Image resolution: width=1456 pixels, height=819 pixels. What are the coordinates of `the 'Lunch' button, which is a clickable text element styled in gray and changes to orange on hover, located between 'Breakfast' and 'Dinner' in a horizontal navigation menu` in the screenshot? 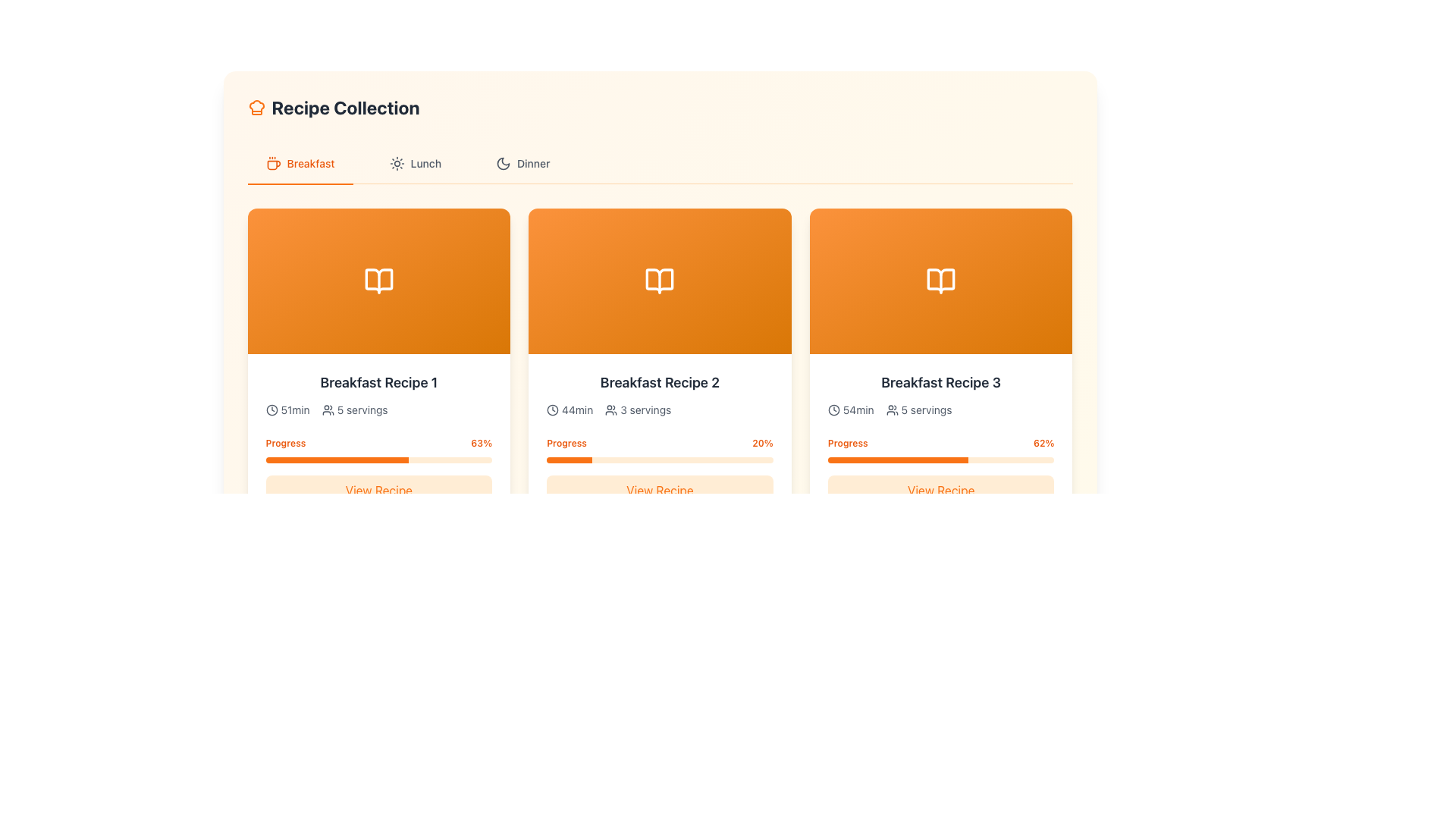 It's located at (415, 164).